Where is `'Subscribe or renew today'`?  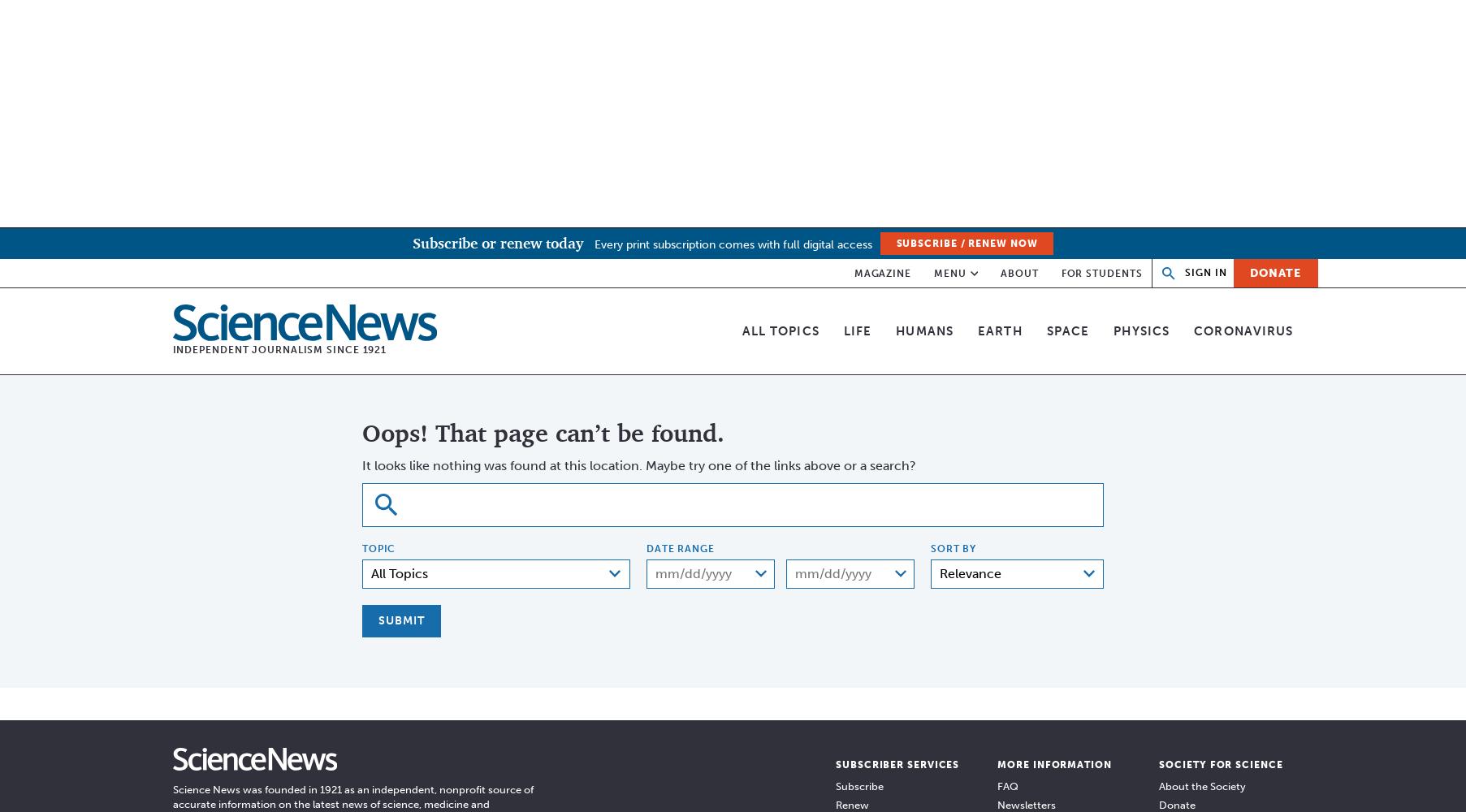
'Subscribe or renew today' is located at coordinates (496, 243).